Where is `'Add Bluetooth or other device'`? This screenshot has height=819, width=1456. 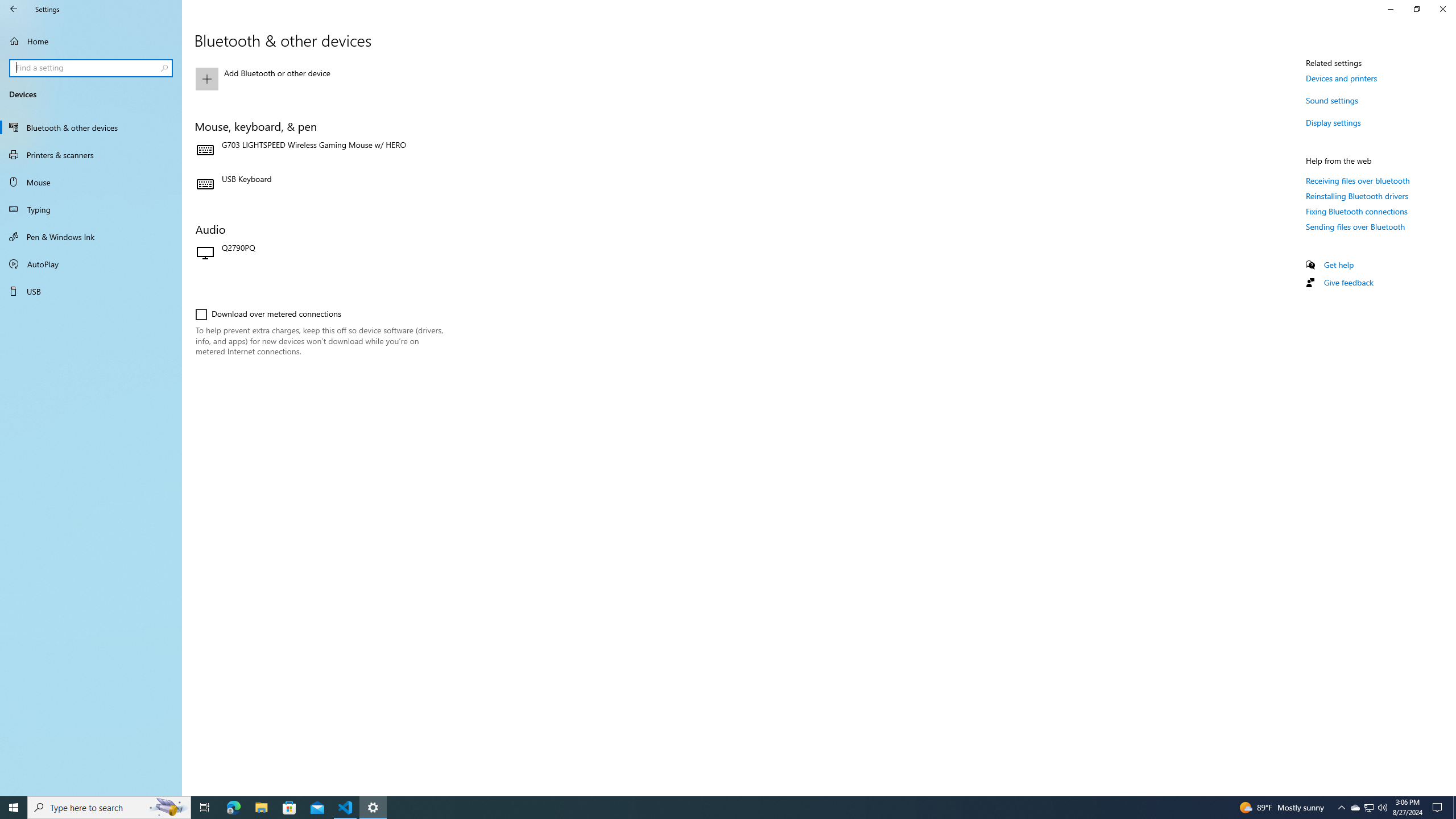
'Add Bluetooth or other device' is located at coordinates (318, 78).